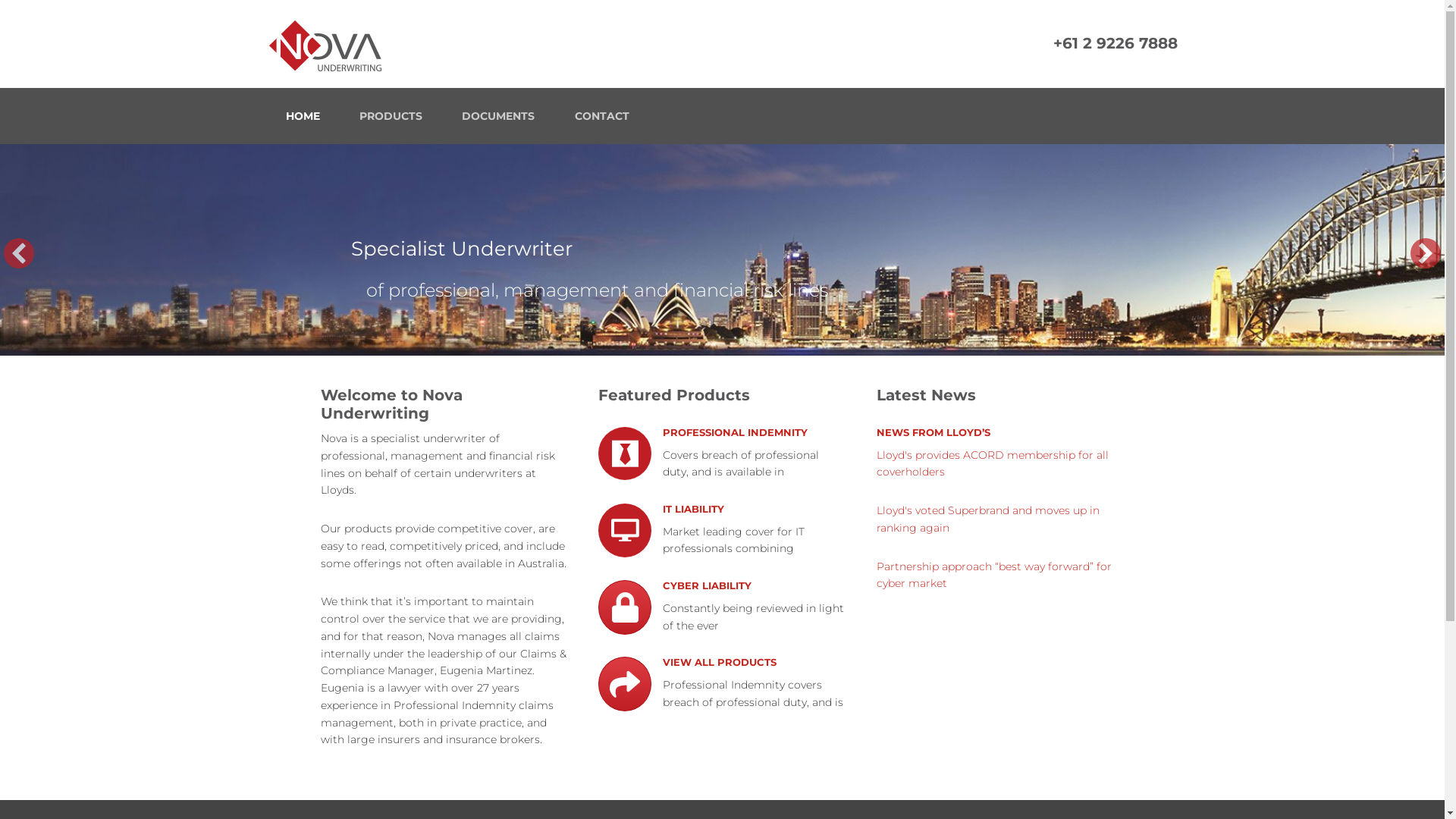 This screenshot has height=819, width=1456. I want to click on 'DOCUMENTS', so click(498, 115).